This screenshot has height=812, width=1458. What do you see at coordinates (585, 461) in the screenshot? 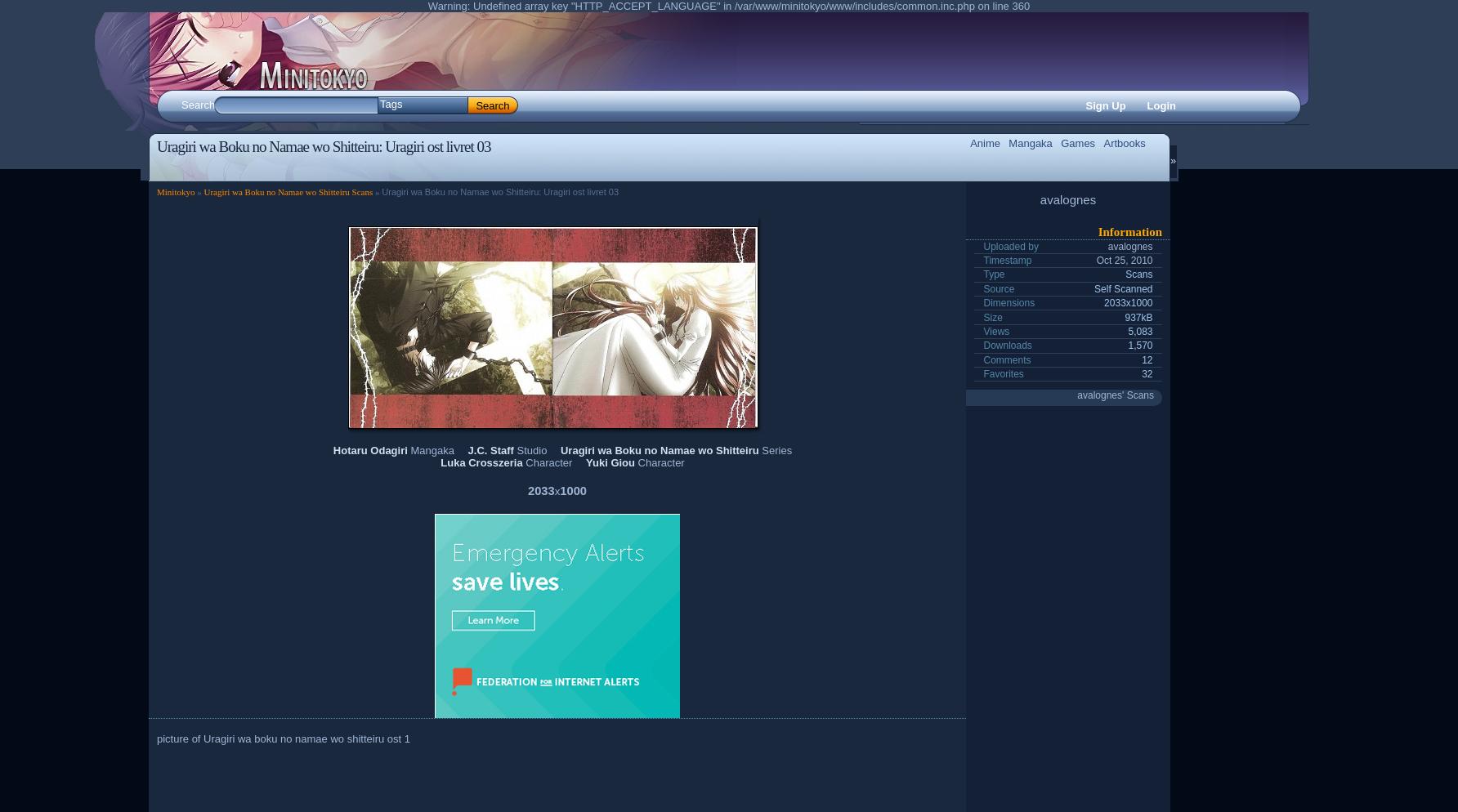
I see `'Yuki Giou'` at bounding box center [585, 461].